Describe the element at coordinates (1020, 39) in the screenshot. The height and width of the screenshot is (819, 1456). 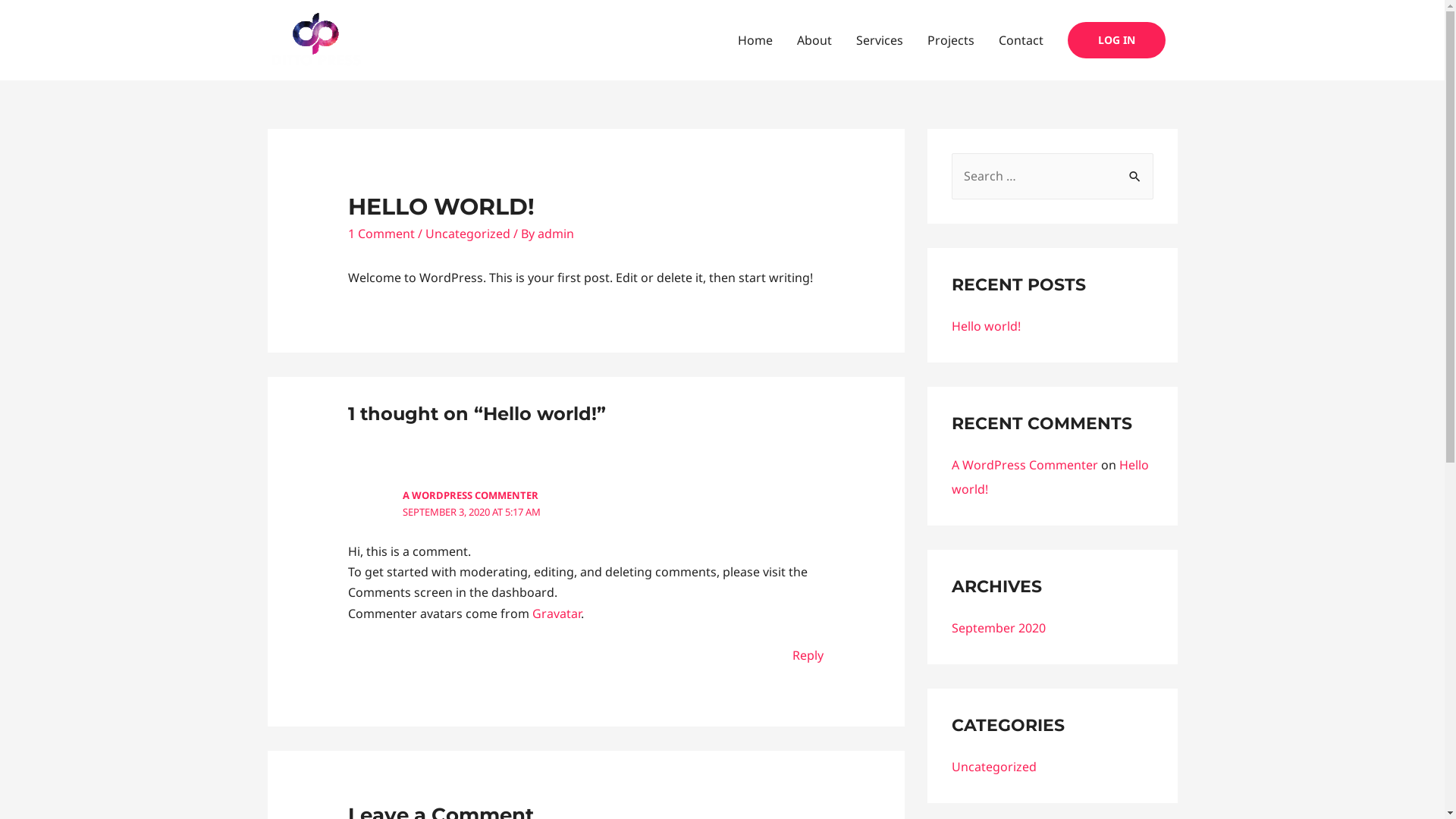
I see `'Contact'` at that location.